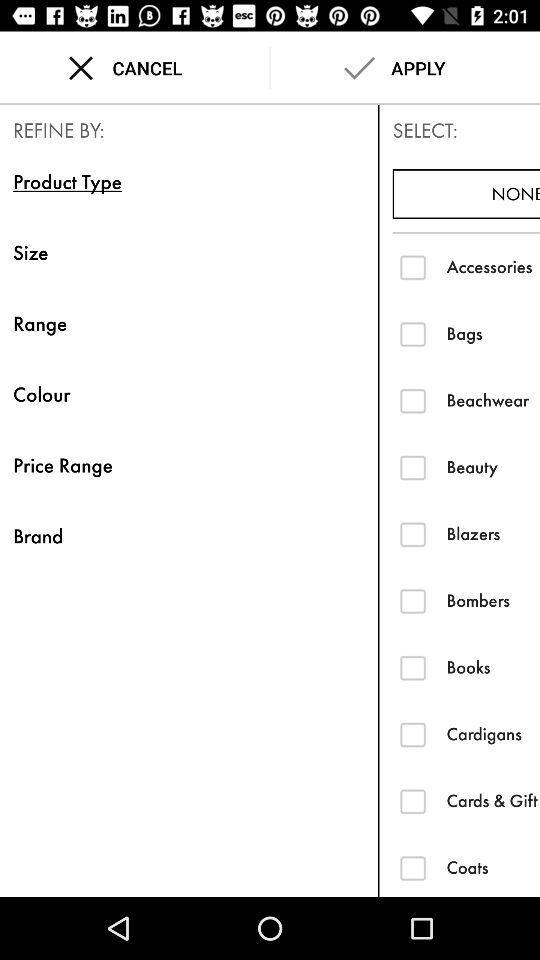 Image resolution: width=540 pixels, height=960 pixels. What do you see at coordinates (412, 266) in the screenshot?
I see `item` at bounding box center [412, 266].